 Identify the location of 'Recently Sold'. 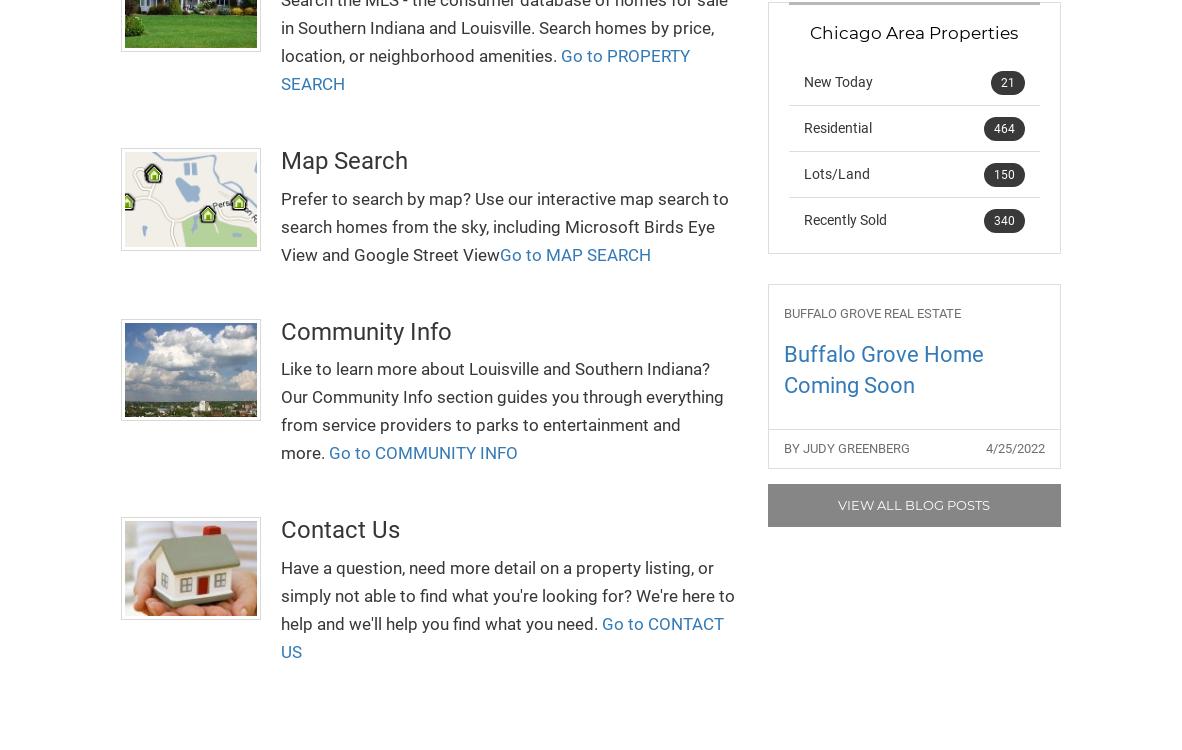
(843, 218).